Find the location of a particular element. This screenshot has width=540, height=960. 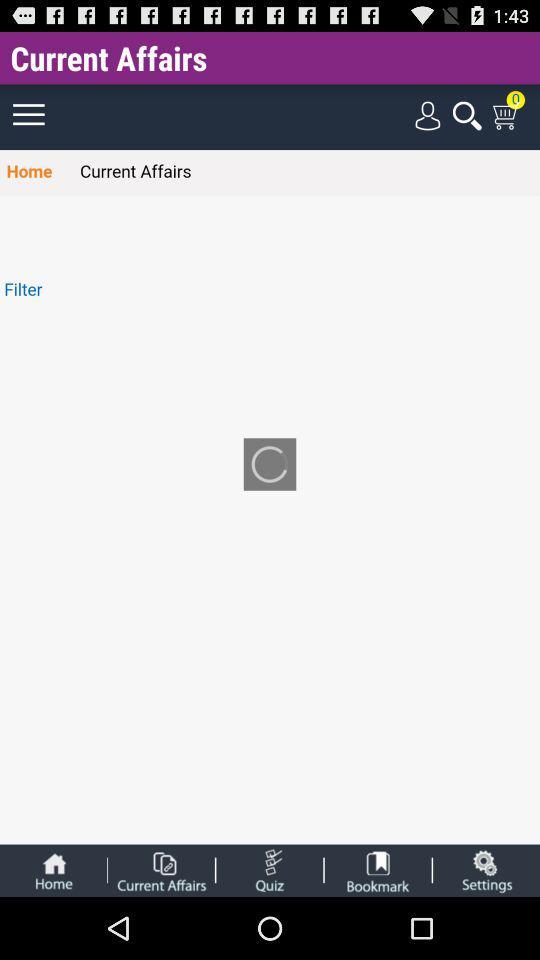

go back is located at coordinates (53, 869).